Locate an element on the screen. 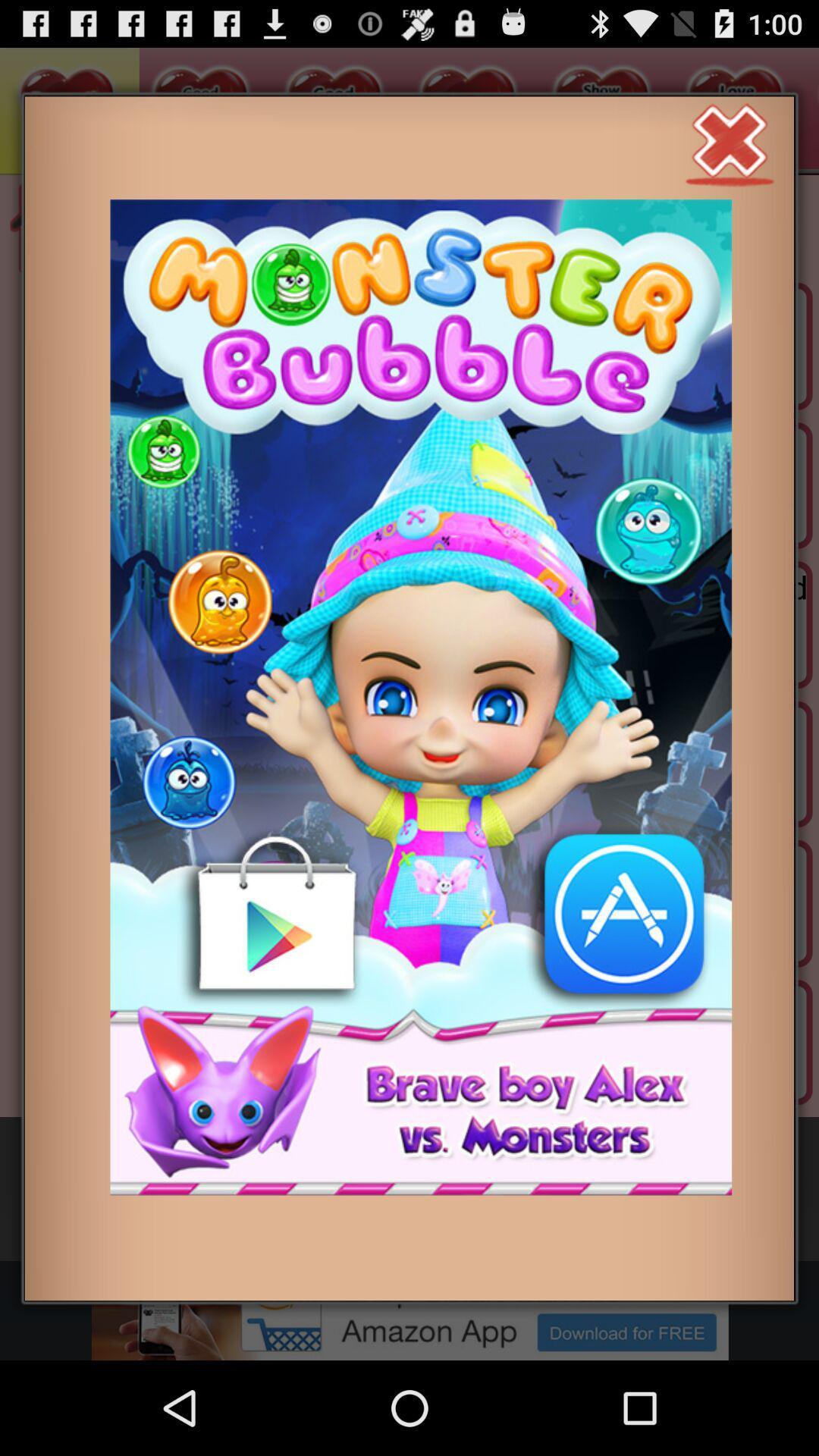 The width and height of the screenshot is (819, 1456). advertisement is located at coordinates (730, 143).